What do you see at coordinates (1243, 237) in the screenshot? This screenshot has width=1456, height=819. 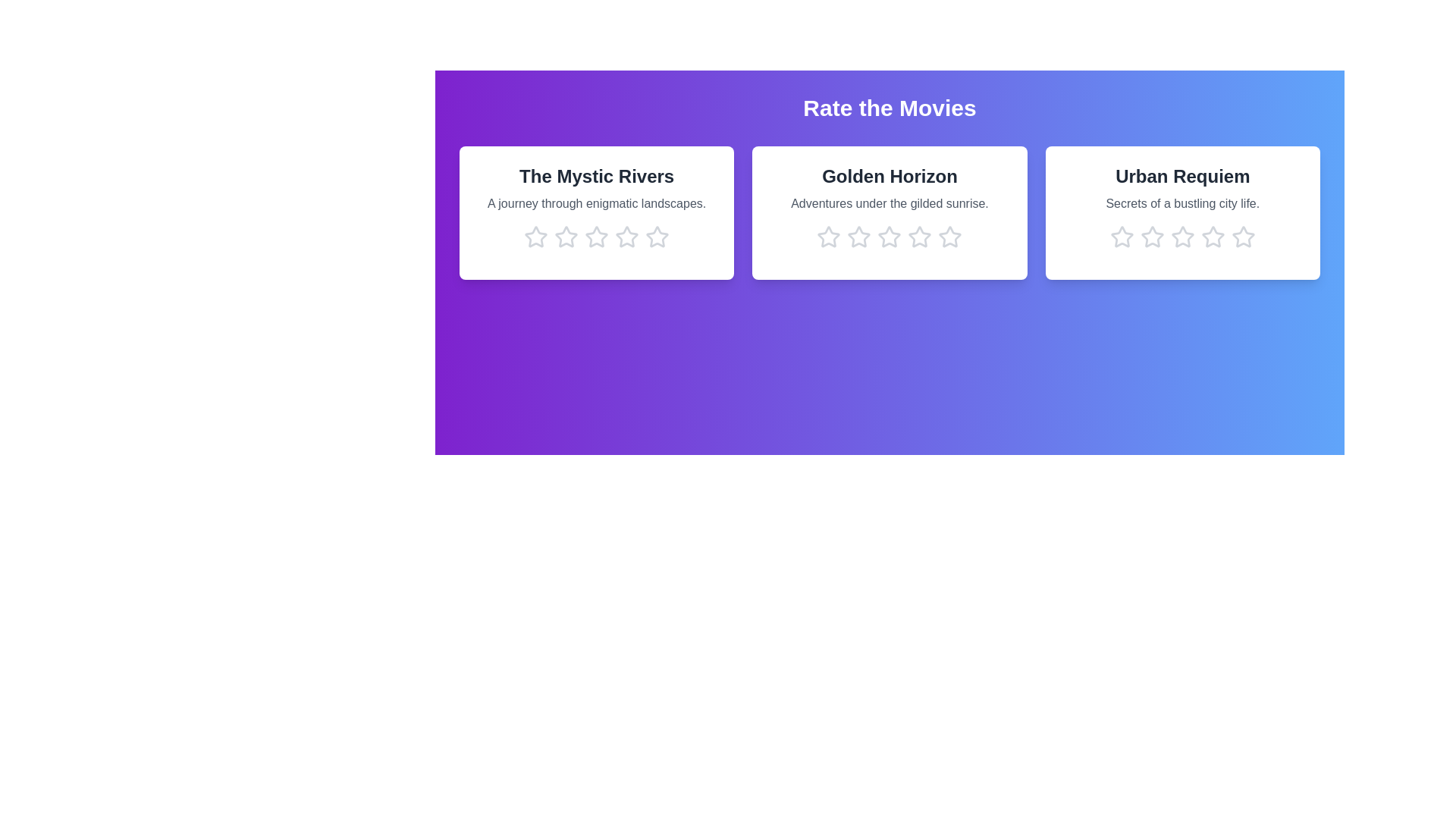 I see `the star corresponding to 5 stars in the movie card titled 'Urban Requiem'` at bounding box center [1243, 237].